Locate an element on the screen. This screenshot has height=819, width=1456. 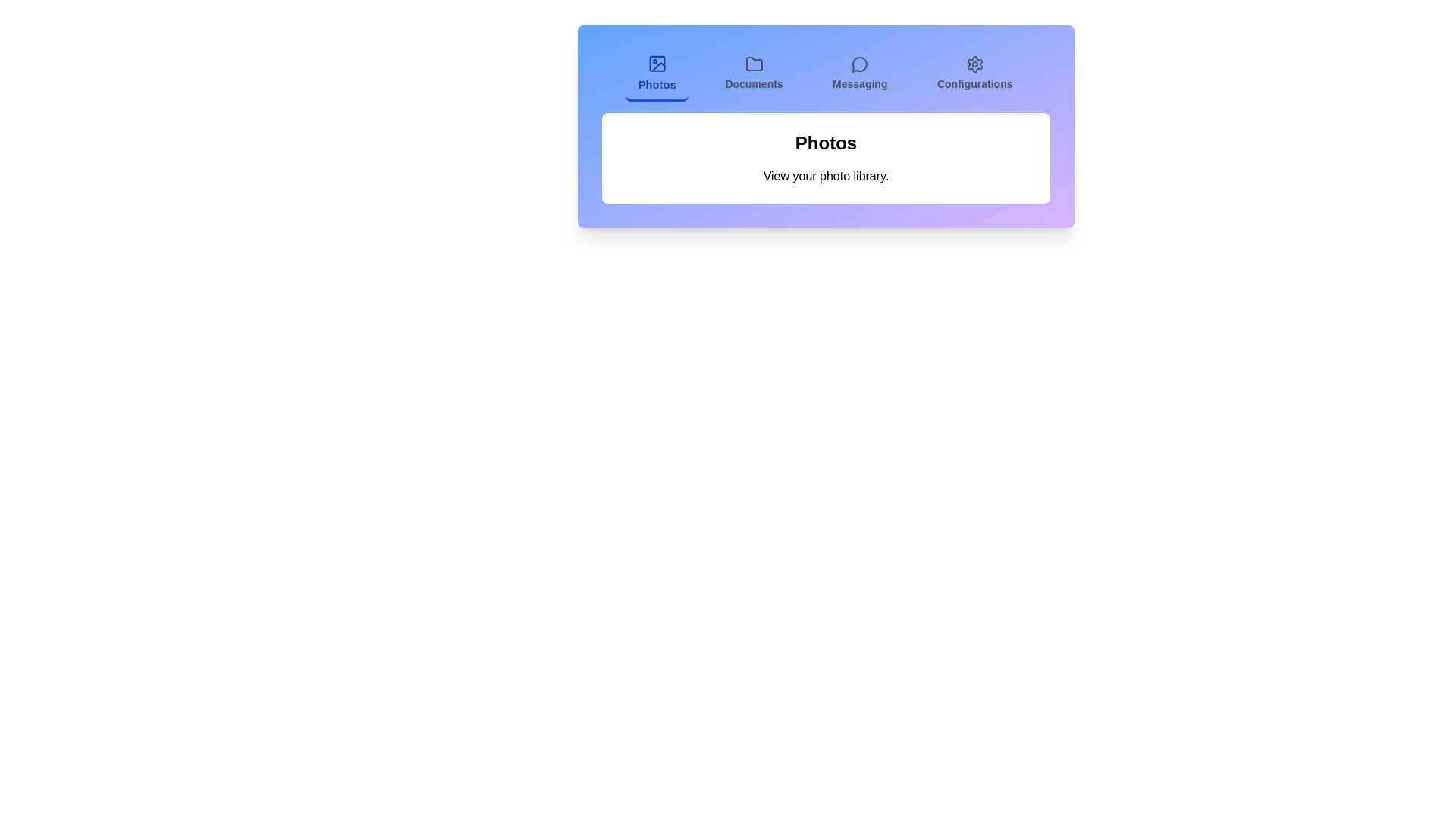
the descriptive text of the active tab is located at coordinates (825, 175).